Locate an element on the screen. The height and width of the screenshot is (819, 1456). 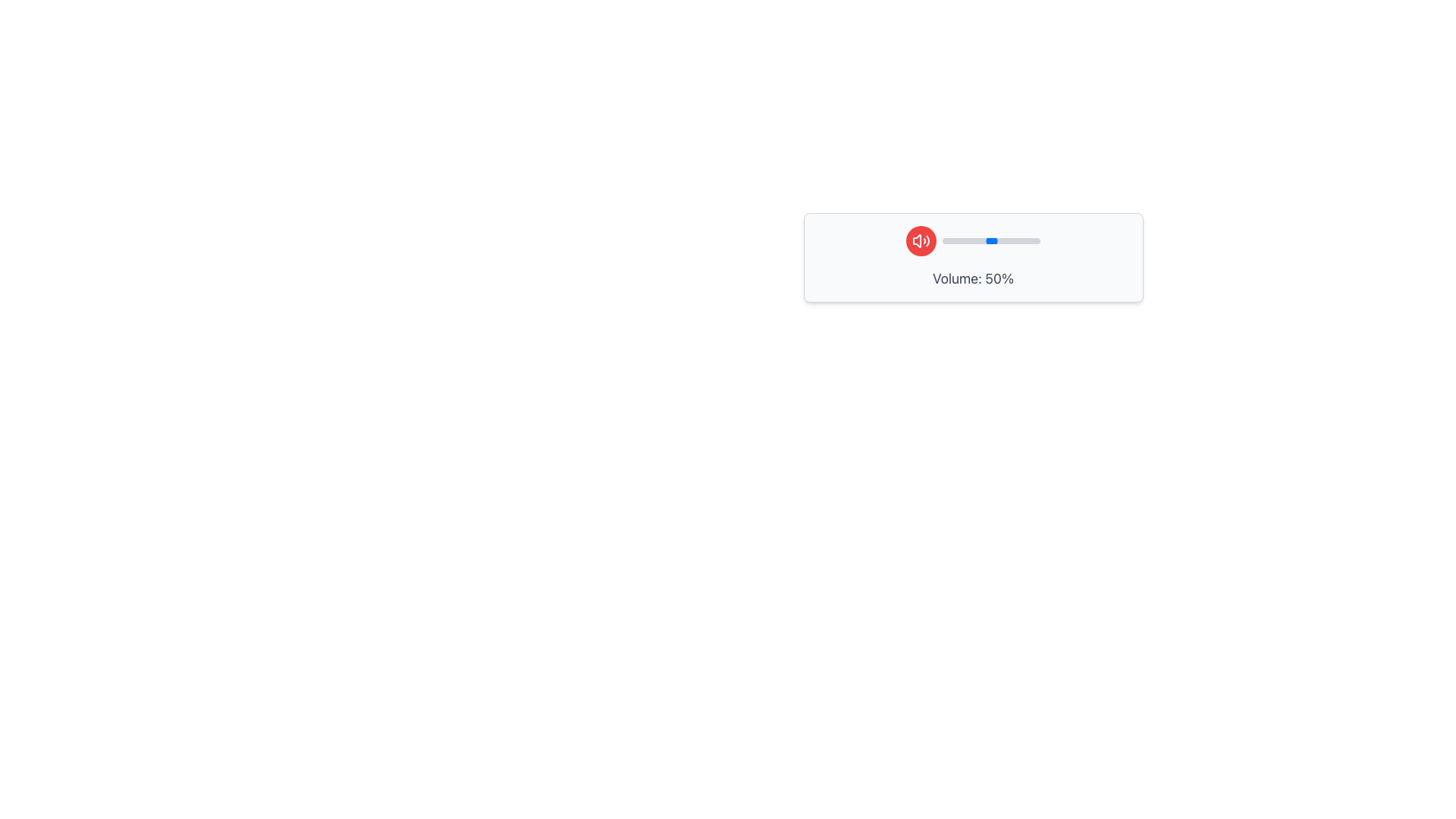
volume is located at coordinates (949, 240).